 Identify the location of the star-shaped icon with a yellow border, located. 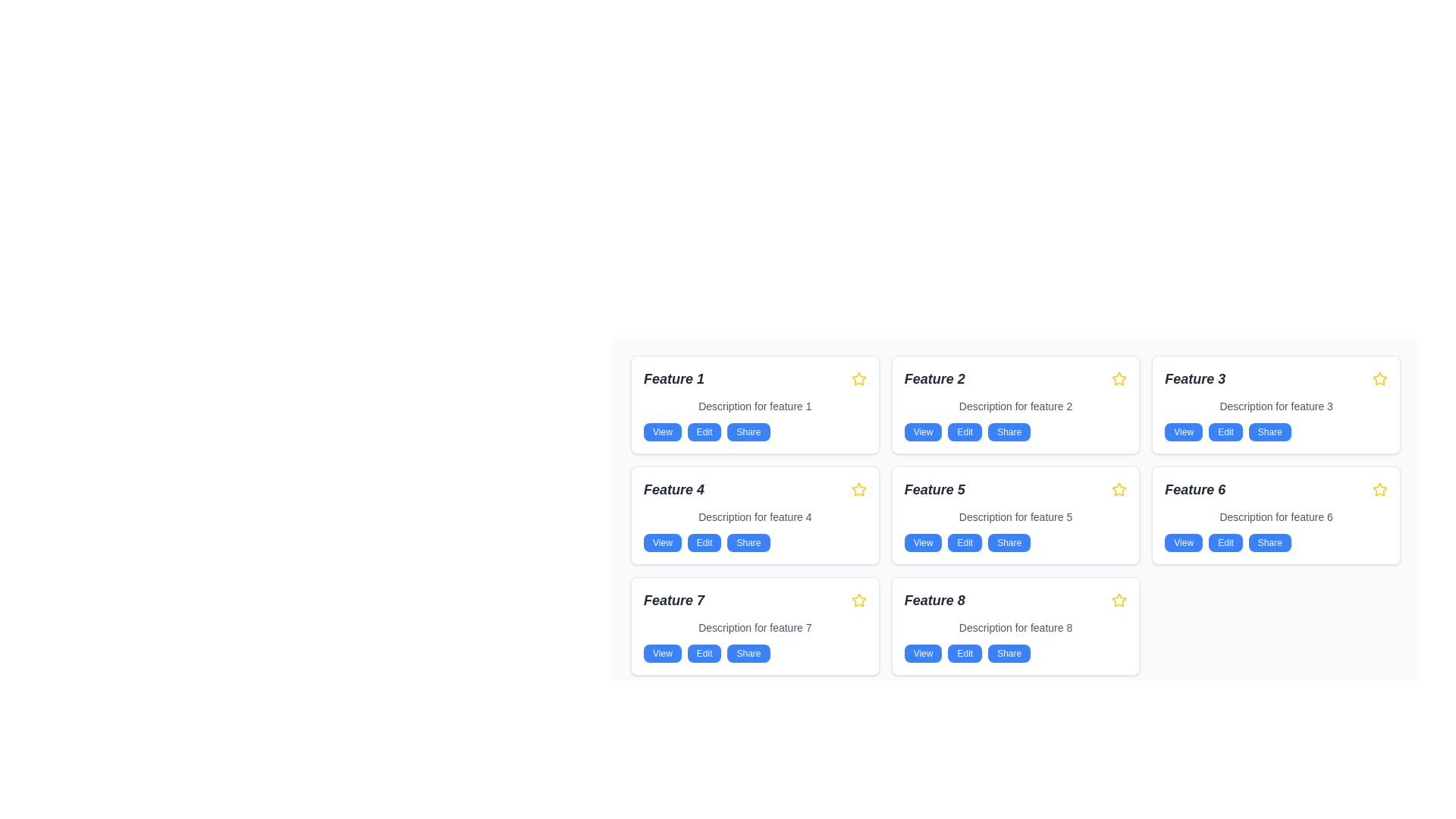
(1119, 378).